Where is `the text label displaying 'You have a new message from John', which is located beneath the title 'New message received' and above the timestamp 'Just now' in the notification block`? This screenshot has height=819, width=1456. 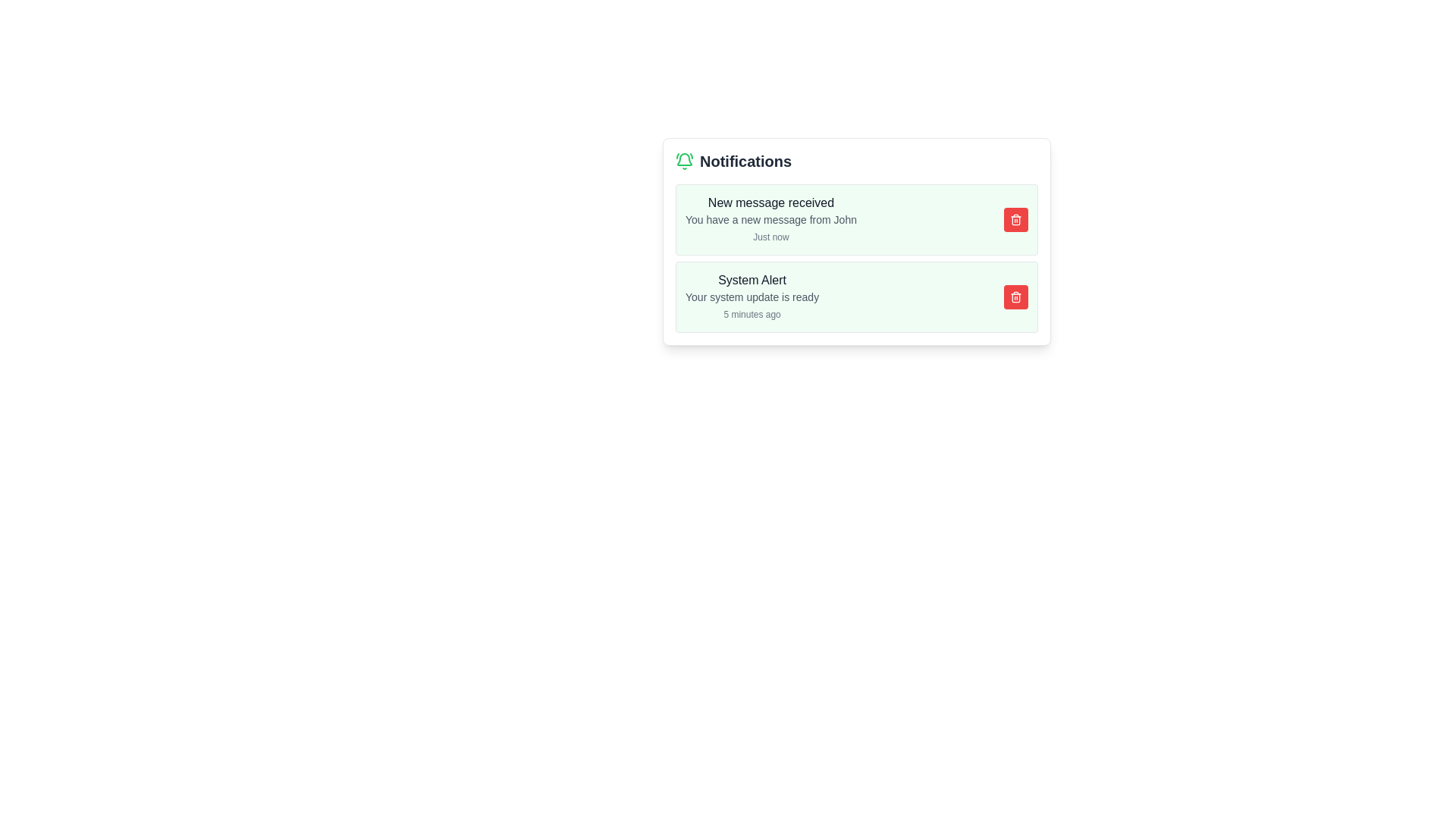 the text label displaying 'You have a new message from John', which is located beneath the title 'New message received' and above the timestamp 'Just now' in the notification block is located at coordinates (771, 219).